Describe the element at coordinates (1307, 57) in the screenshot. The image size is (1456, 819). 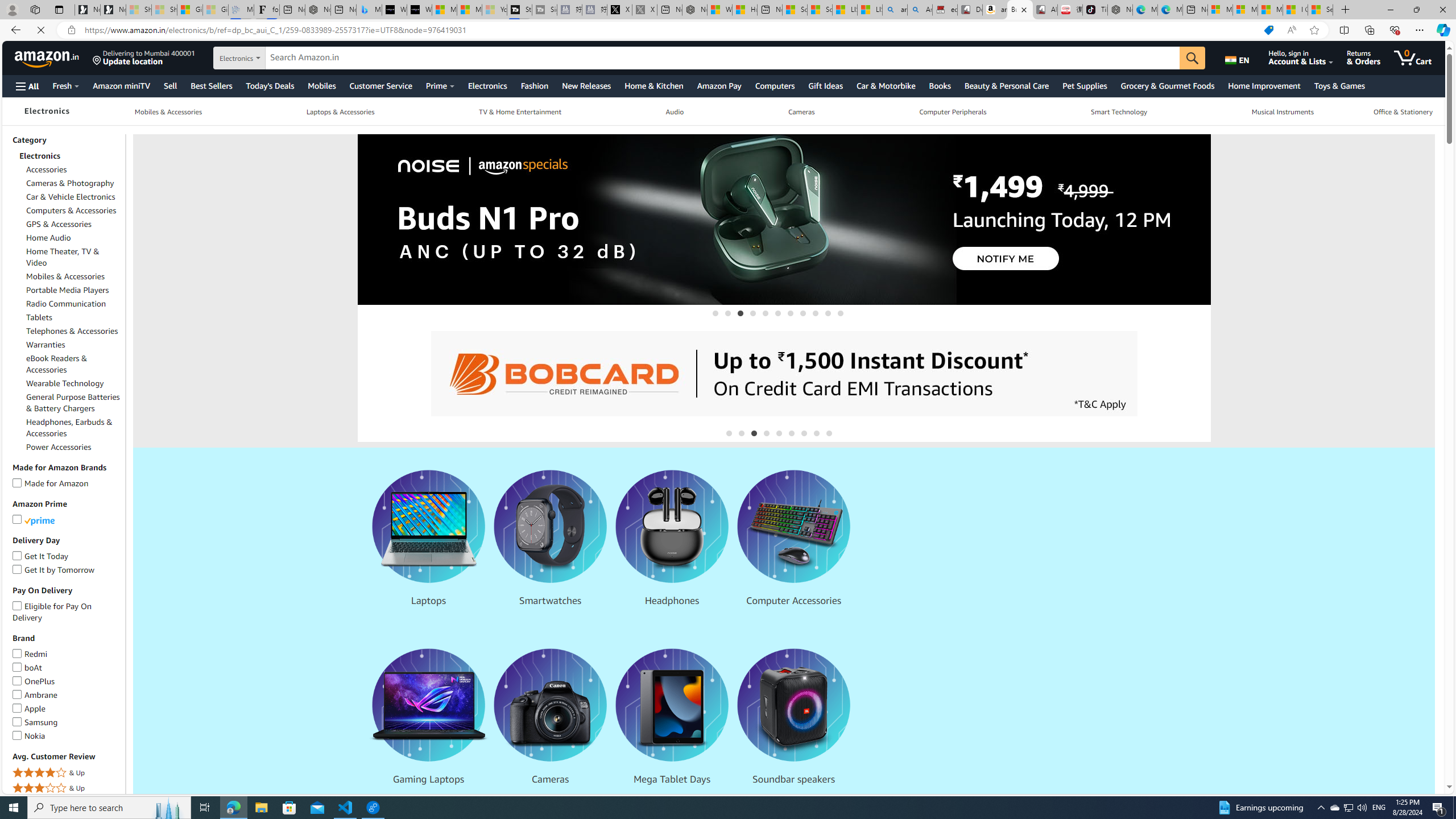
I see `'Hello, sign in Account & Lists'` at that location.